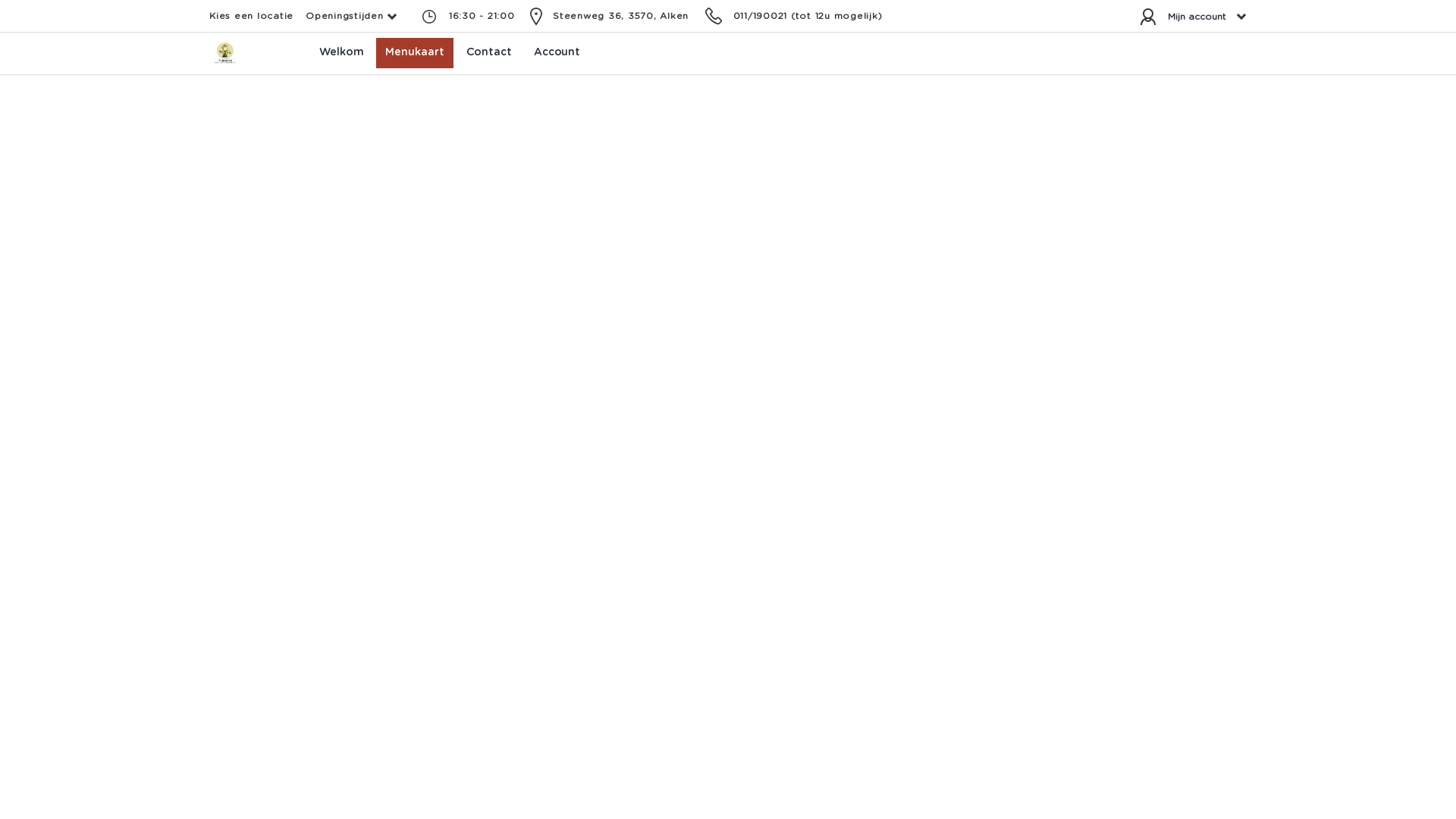 The height and width of the screenshot is (819, 1456). I want to click on '011/190021 (tot 12u mogelijk)', so click(806, 15).